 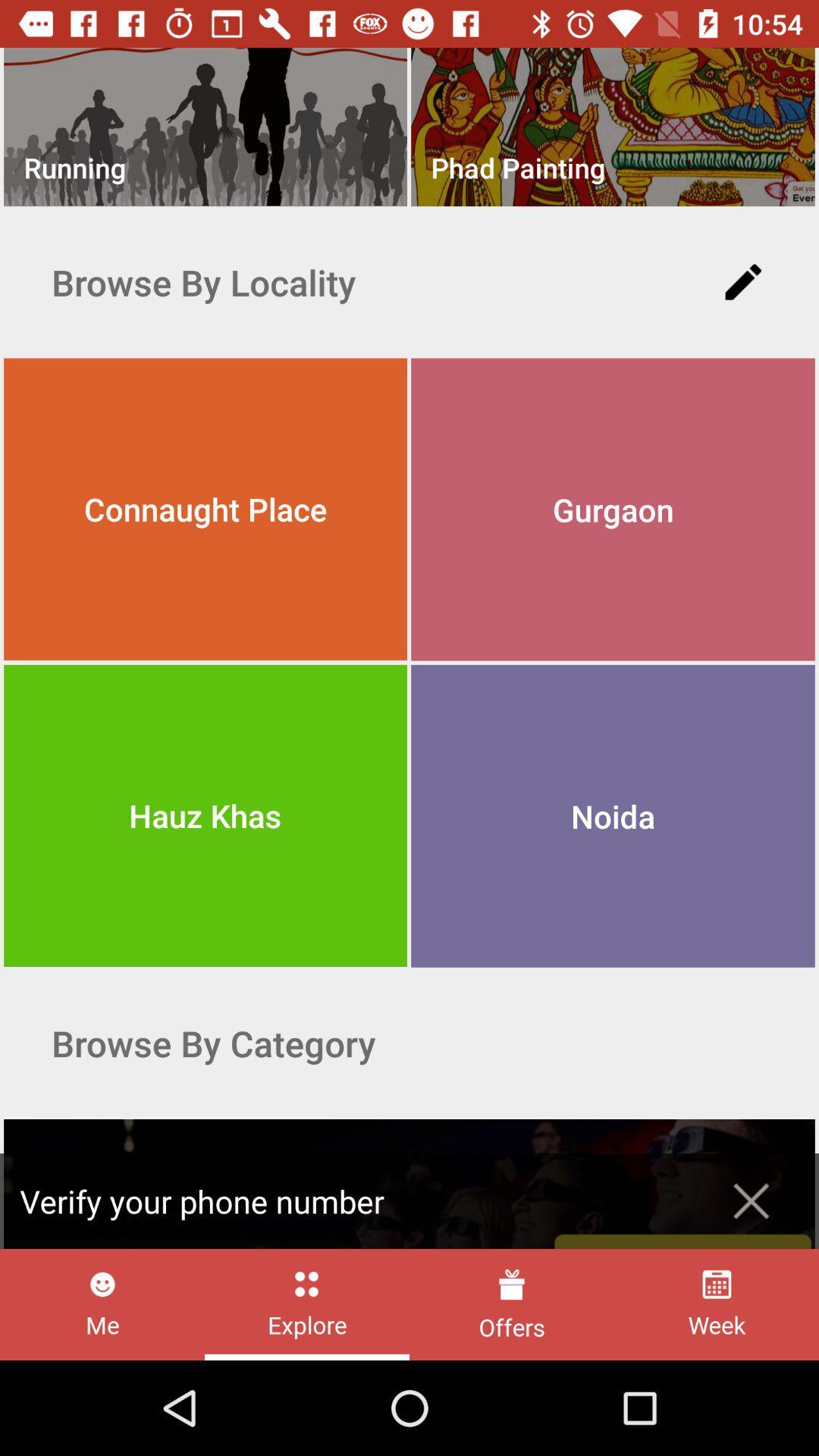 I want to click on icon to the right of me item, so click(x=307, y=1304).